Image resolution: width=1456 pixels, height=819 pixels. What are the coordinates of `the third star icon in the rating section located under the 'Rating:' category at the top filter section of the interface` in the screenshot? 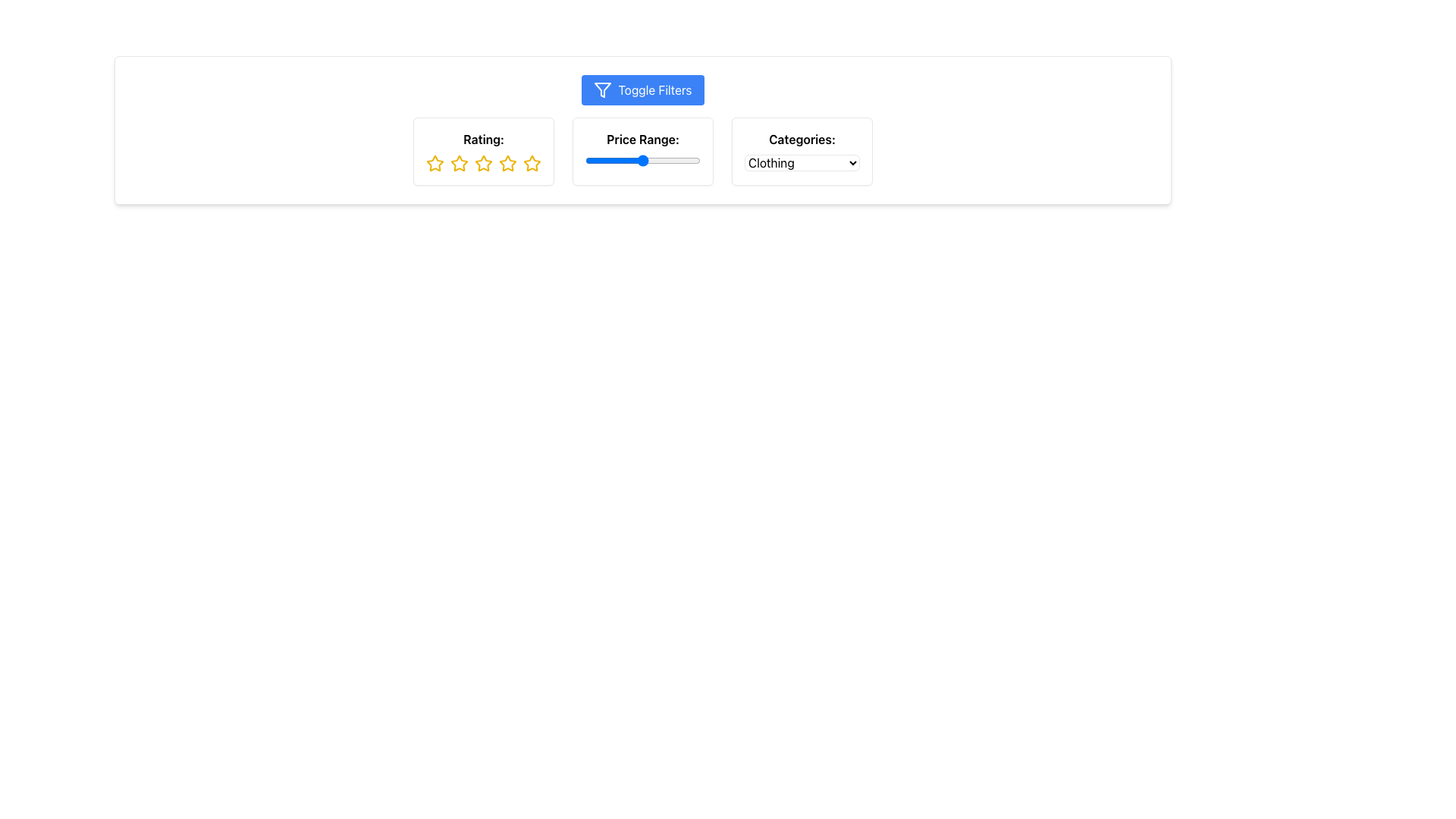 It's located at (483, 163).